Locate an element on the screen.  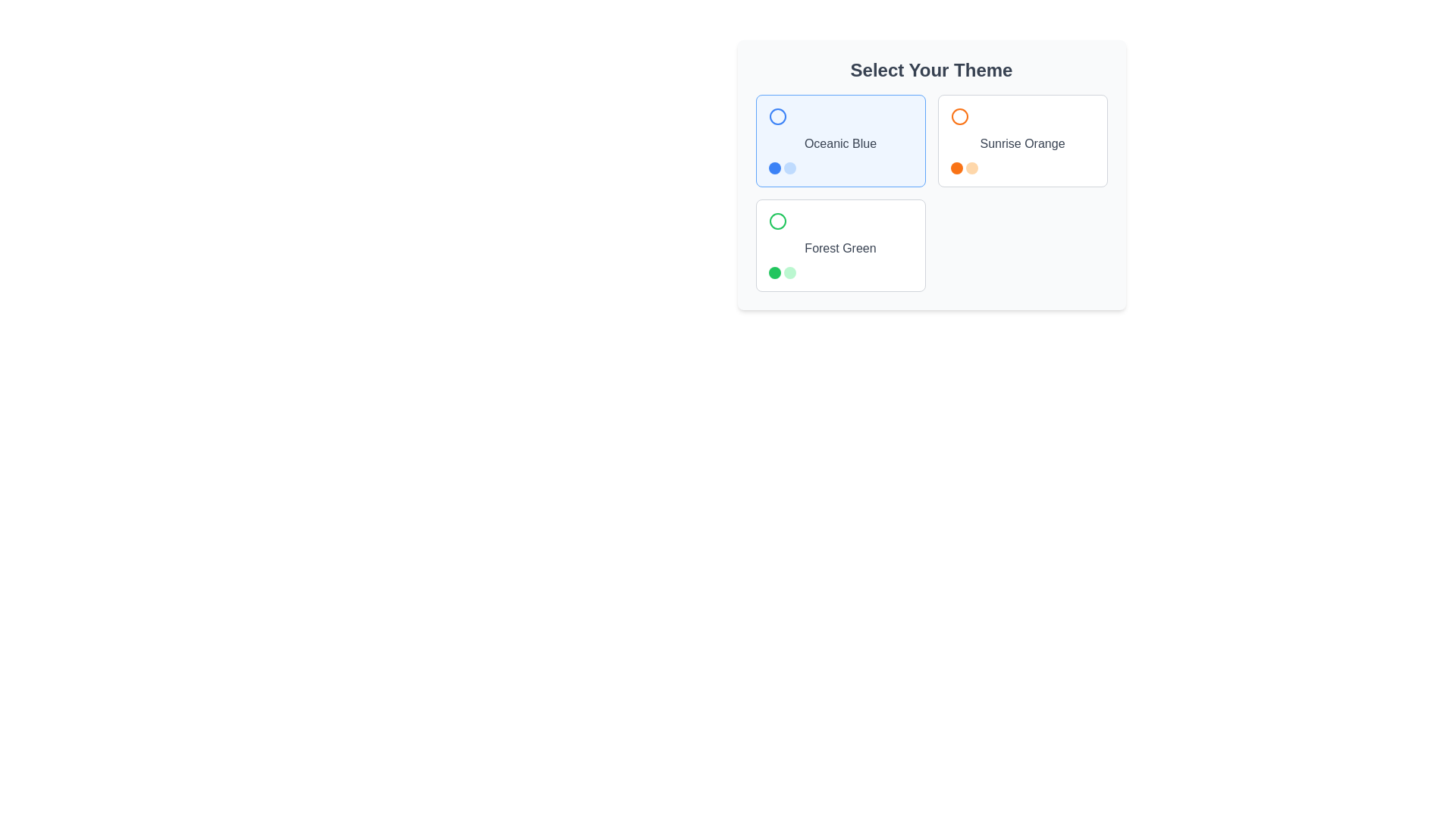
the blue circular shape in the 'Oceanic Blue' theme selection card, located above the text 'Oceanic Blue' is located at coordinates (777, 116).